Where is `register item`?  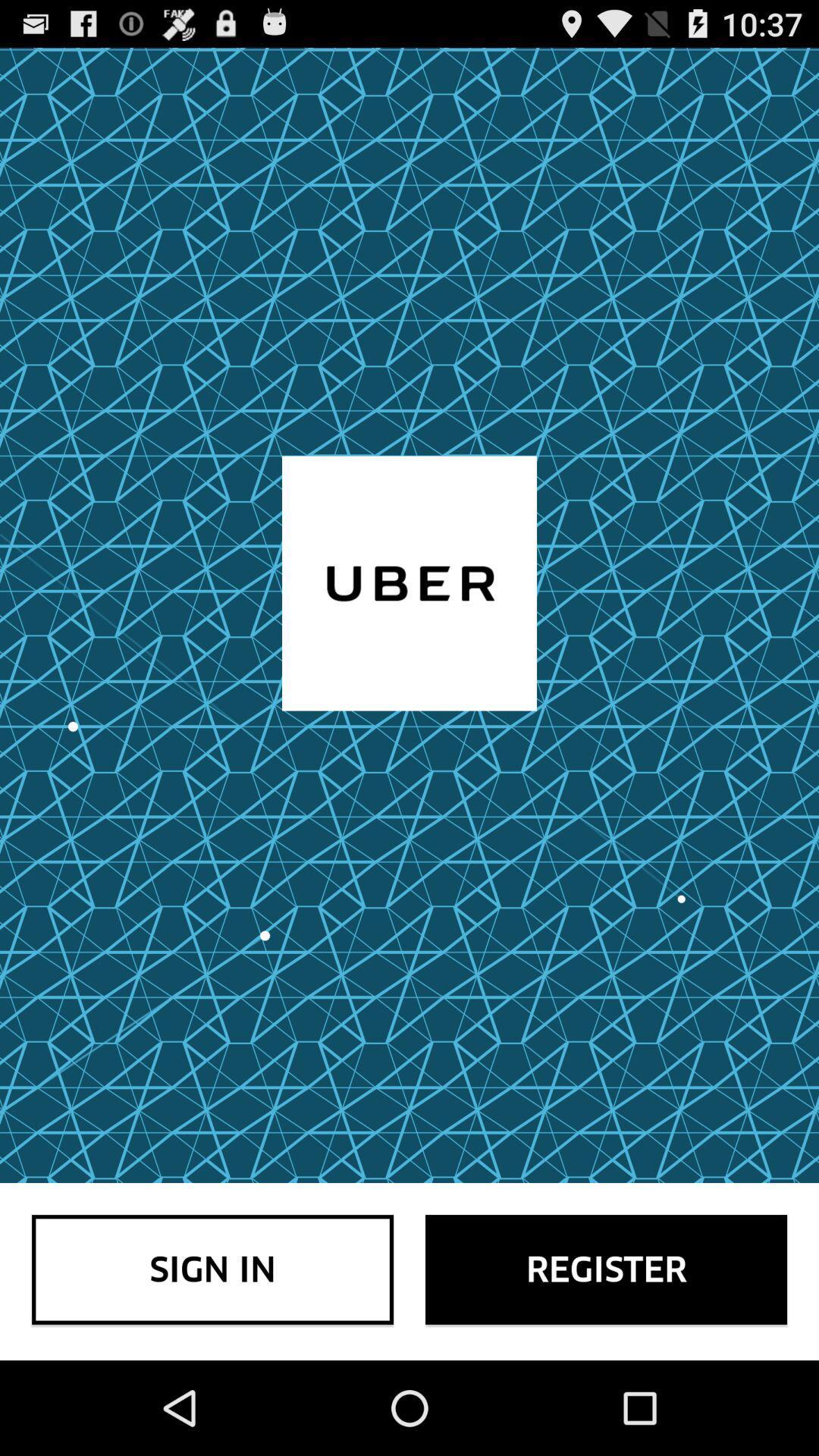
register item is located at coordinates (605, 1269).